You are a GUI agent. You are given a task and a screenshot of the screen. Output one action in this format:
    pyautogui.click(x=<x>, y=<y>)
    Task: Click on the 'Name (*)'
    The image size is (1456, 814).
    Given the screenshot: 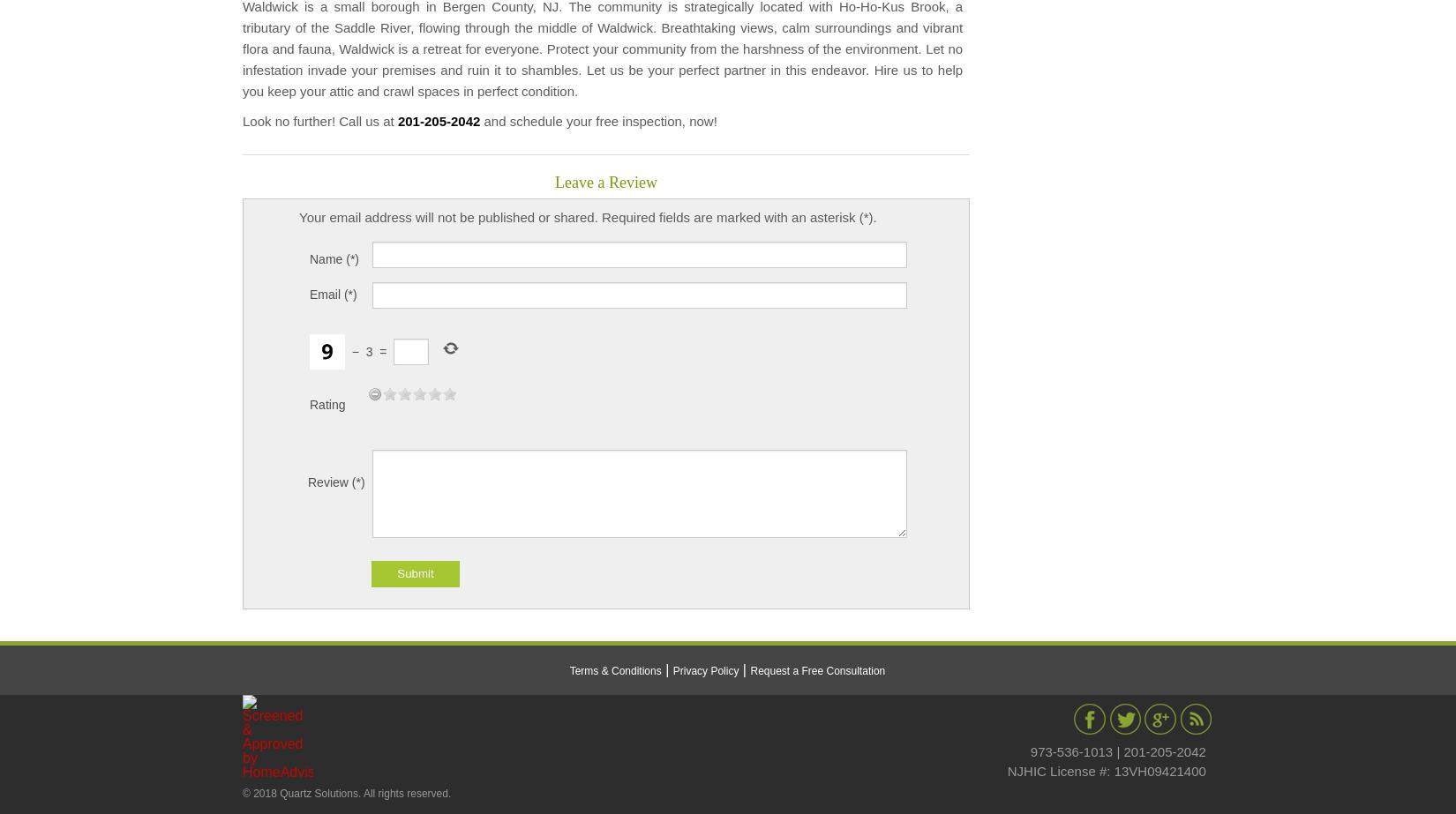 What is the action you would take?
    pyautogui.click(x=309, y=258)
    